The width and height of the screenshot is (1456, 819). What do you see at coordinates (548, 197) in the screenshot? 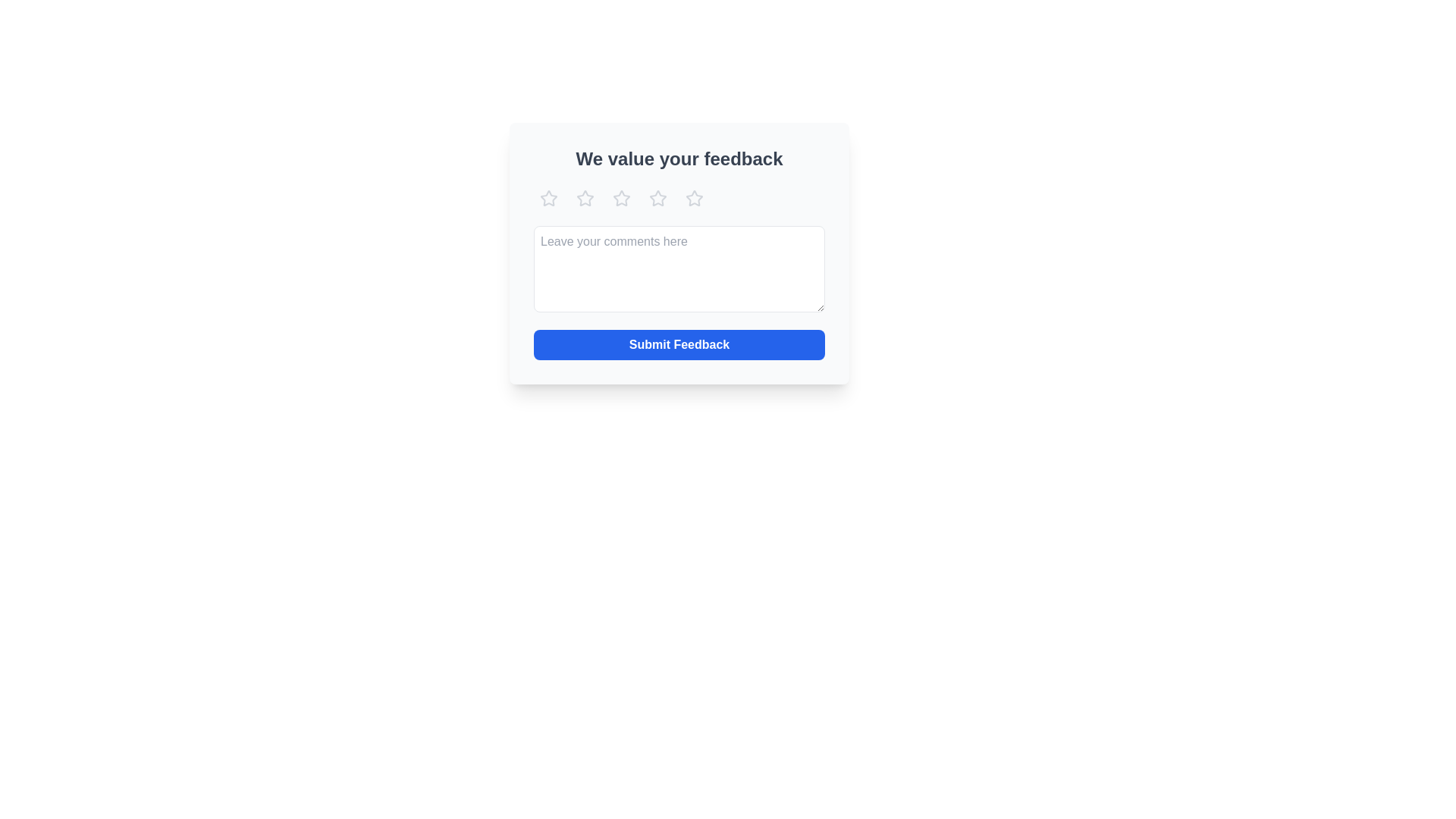
I see `the first star-shaped rating icon, which is the leftmost star in a horizontal row of five stars` at bounding box center [548, 197].